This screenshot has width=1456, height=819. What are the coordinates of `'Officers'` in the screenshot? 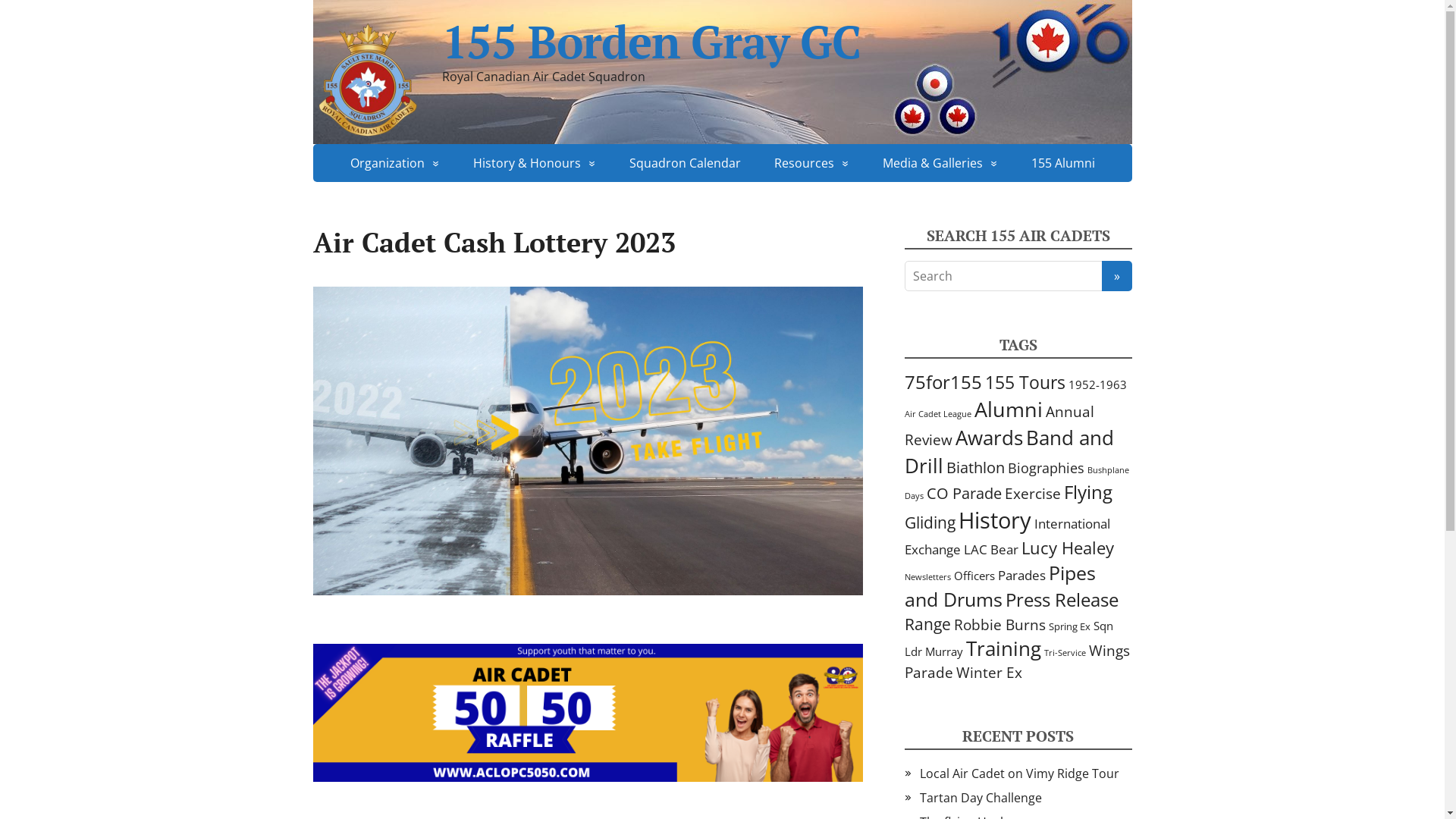 It's located at (974, 576).